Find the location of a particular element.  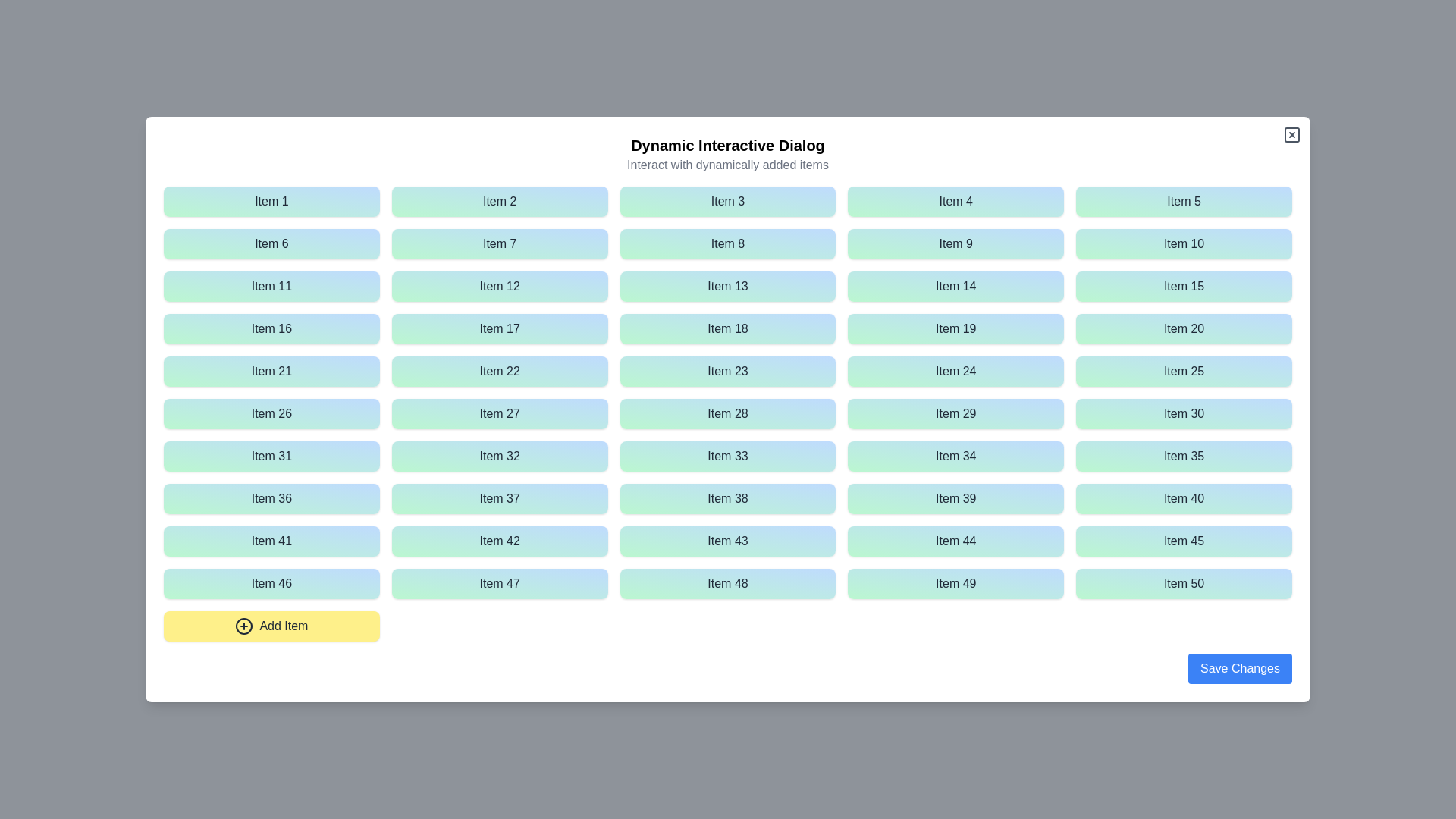

the close button to close the dialog is located at coordinates (1291, 133).